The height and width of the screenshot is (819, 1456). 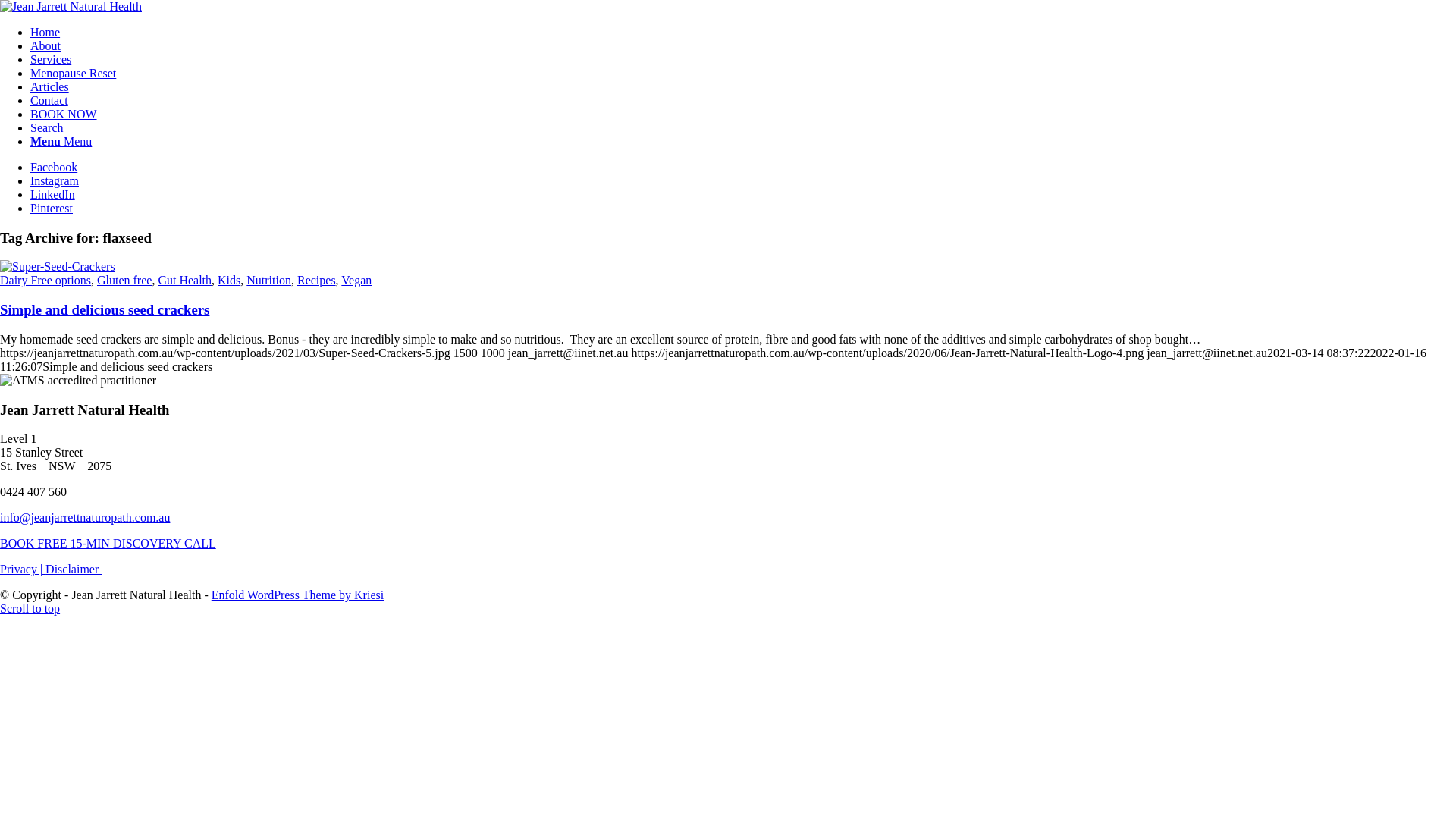 What do you see at coordinates (55, 180) in the screenshot?
I see `'Instagram'` at bounding box center [55, 180].